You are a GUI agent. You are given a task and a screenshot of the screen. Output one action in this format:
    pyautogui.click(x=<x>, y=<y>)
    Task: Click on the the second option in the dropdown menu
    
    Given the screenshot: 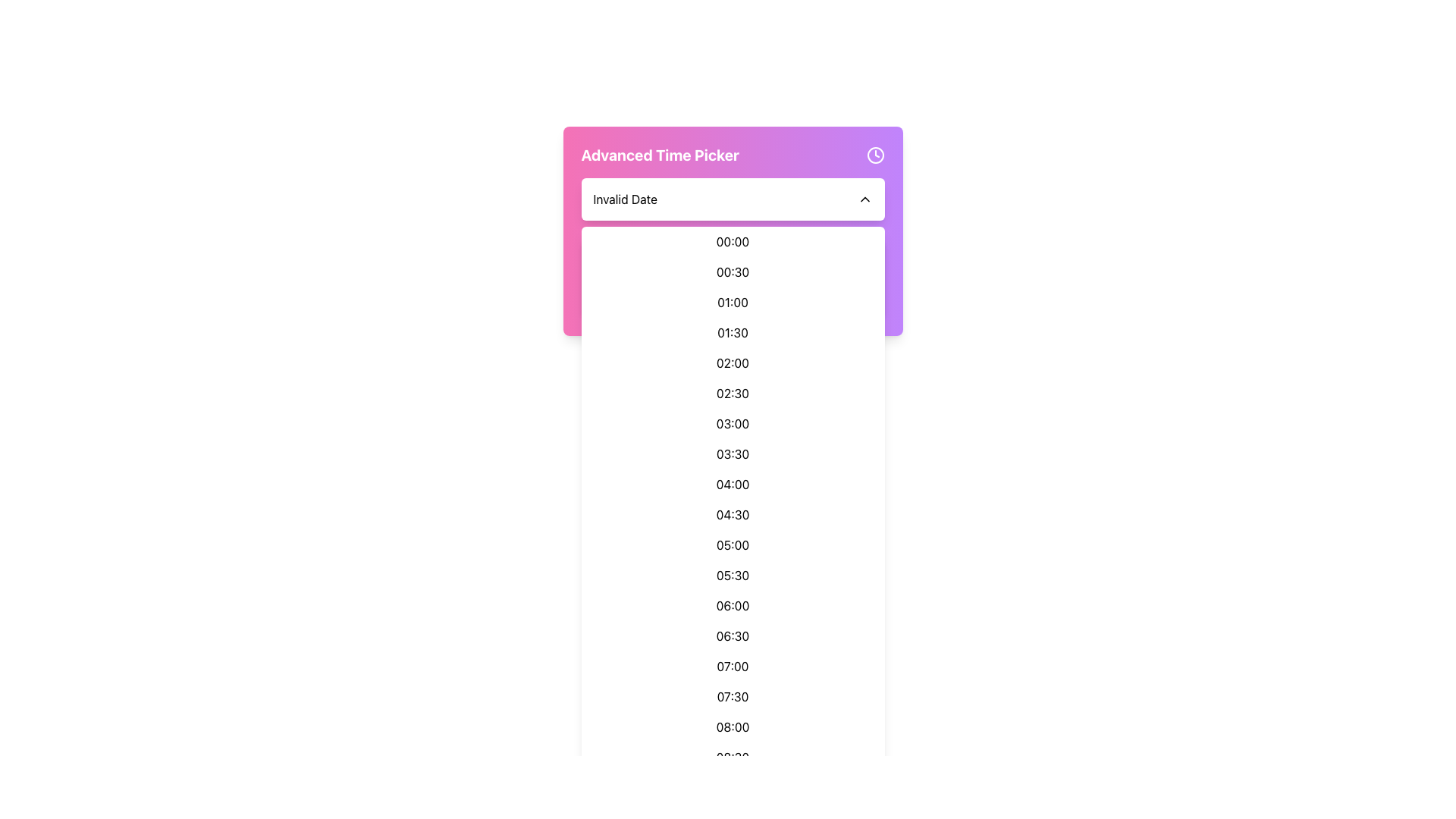 What is the action you would take?
    pyautogui.click(x=733, y=271)
    